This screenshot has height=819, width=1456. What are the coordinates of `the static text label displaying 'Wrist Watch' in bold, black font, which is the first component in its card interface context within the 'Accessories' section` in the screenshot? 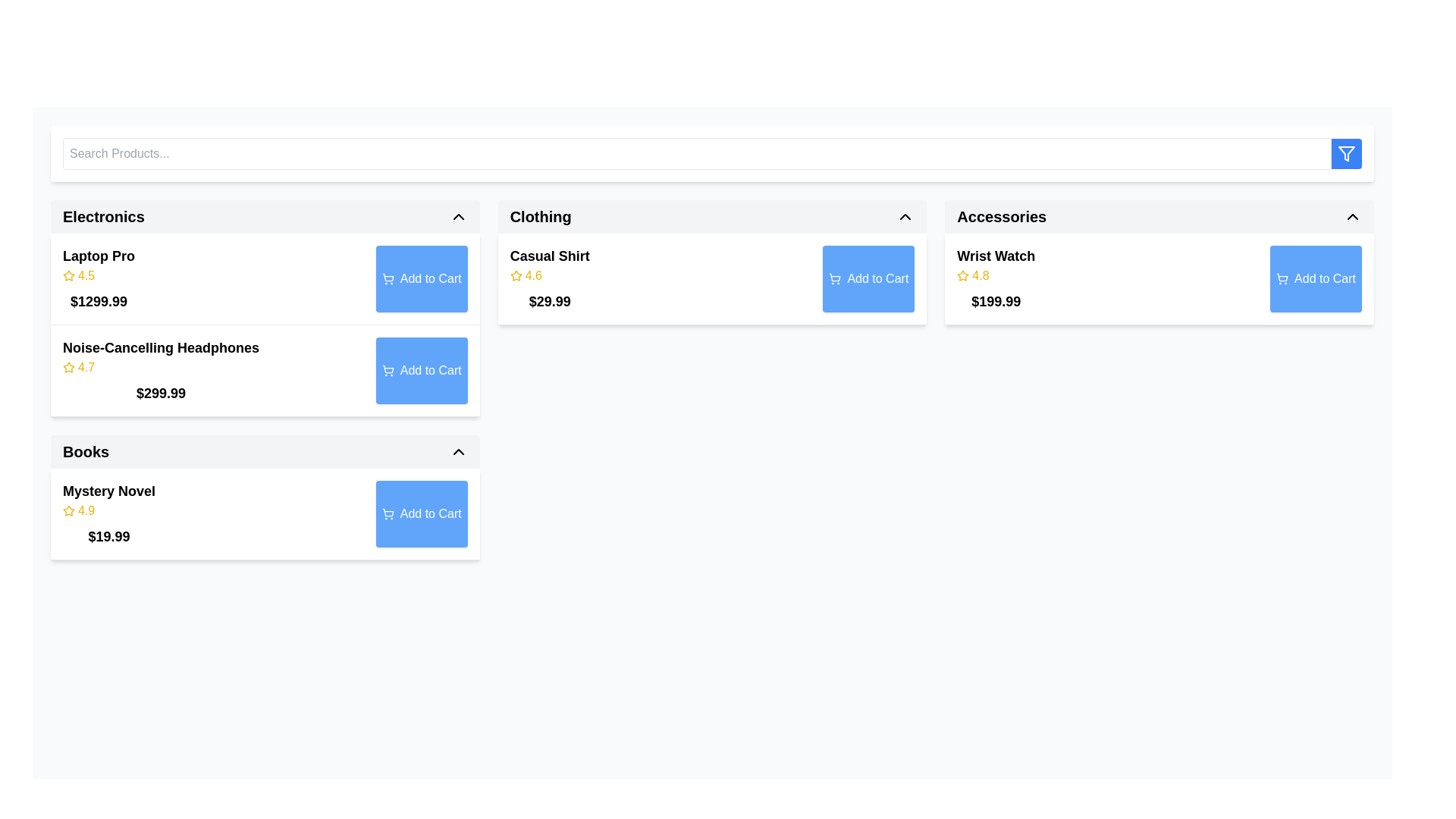 It's located at (996, 256).